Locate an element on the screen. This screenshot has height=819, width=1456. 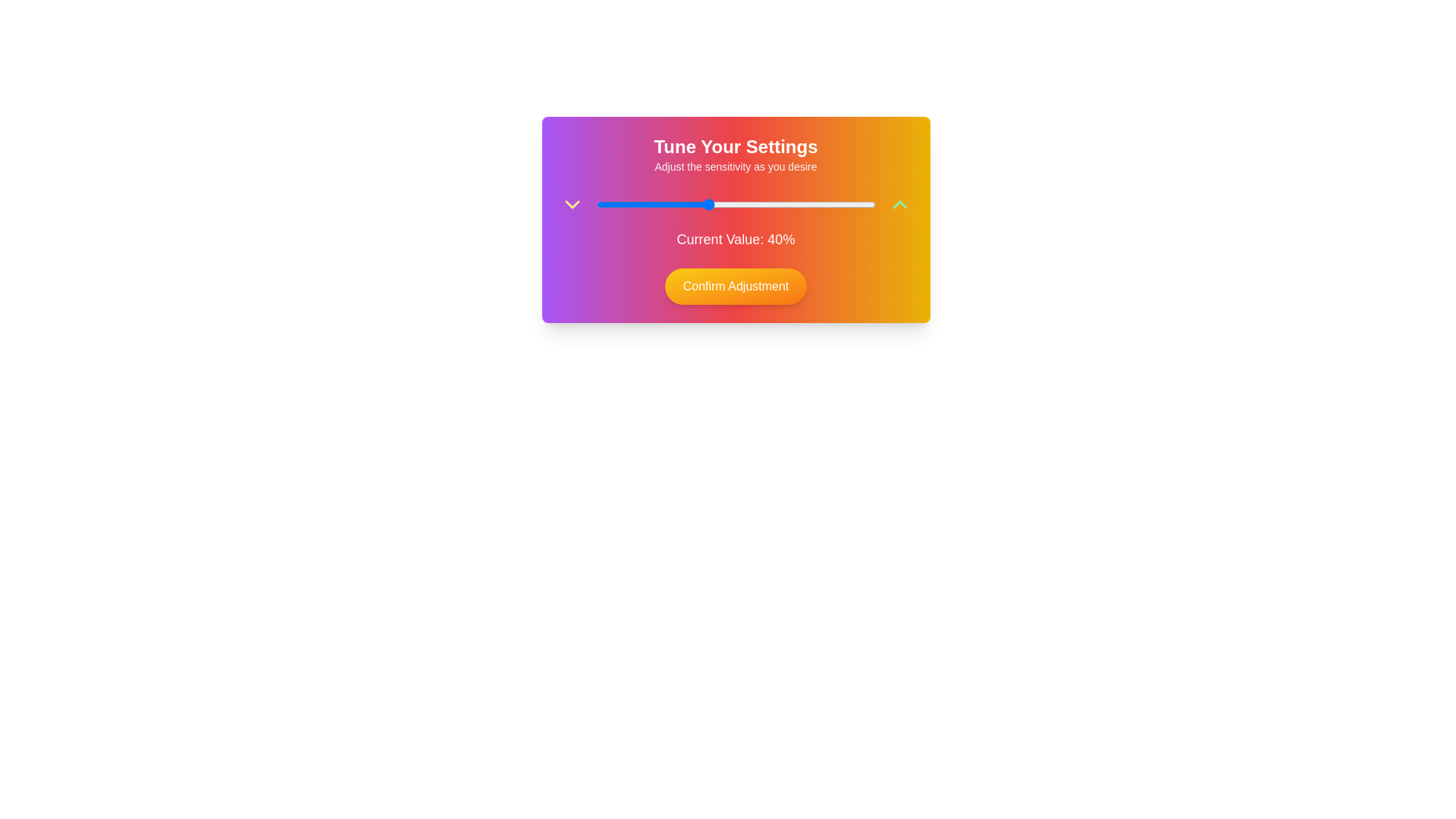
the ChevronDown icon to perform the intended action is located at coordinates (571, 205).